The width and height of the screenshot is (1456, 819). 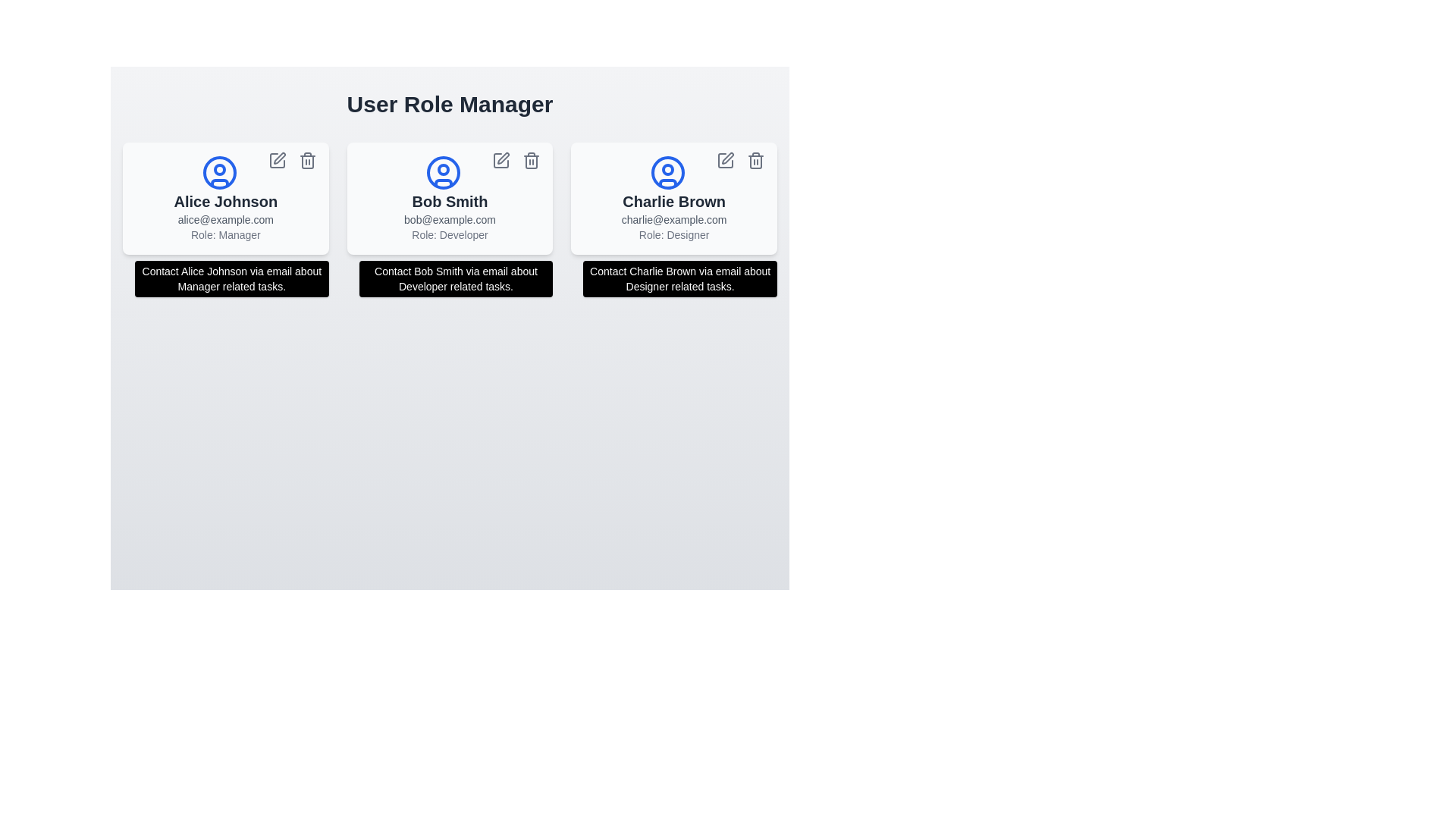 I want to click on the curved U-like line segment at the bottom of the profile icon for 'Bob Smith', which represents part of the user icon, so click(x=443, y=182).